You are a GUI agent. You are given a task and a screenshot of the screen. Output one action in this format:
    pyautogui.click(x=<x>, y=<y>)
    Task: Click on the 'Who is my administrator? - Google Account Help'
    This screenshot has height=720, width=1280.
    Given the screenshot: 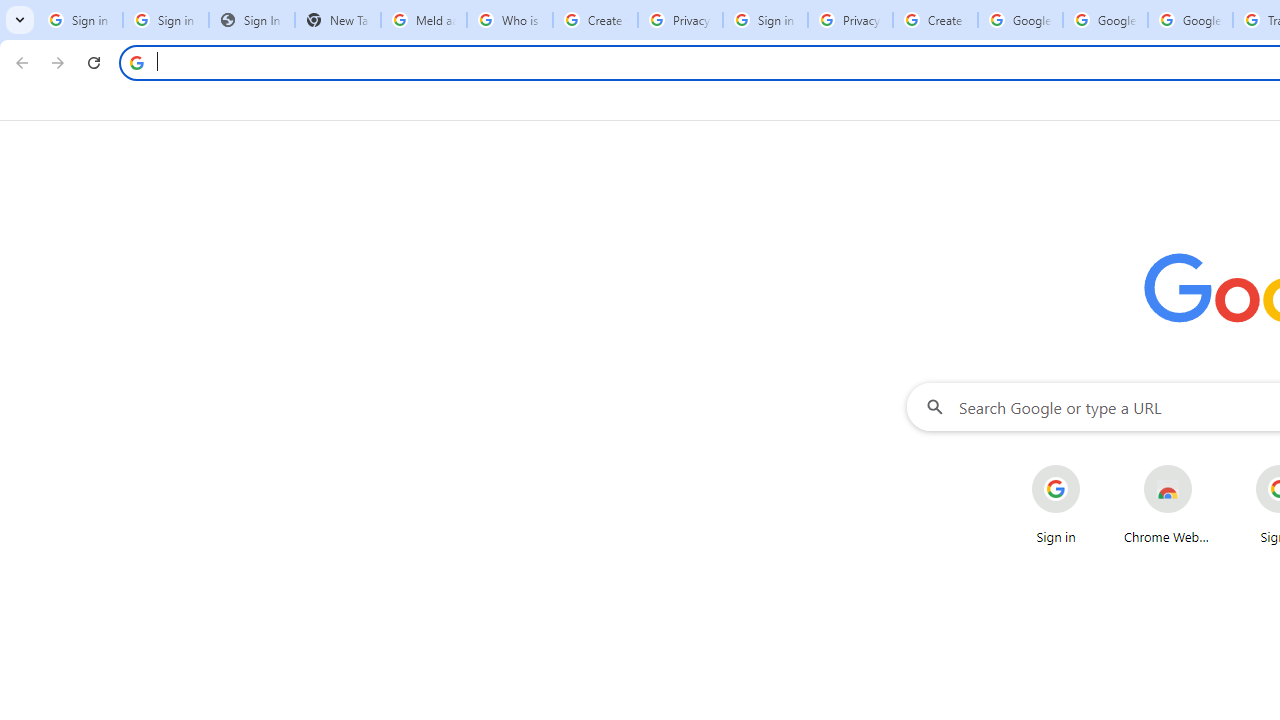 What is the action you would take?
    pyautogui.click(x=510, y=20)
    